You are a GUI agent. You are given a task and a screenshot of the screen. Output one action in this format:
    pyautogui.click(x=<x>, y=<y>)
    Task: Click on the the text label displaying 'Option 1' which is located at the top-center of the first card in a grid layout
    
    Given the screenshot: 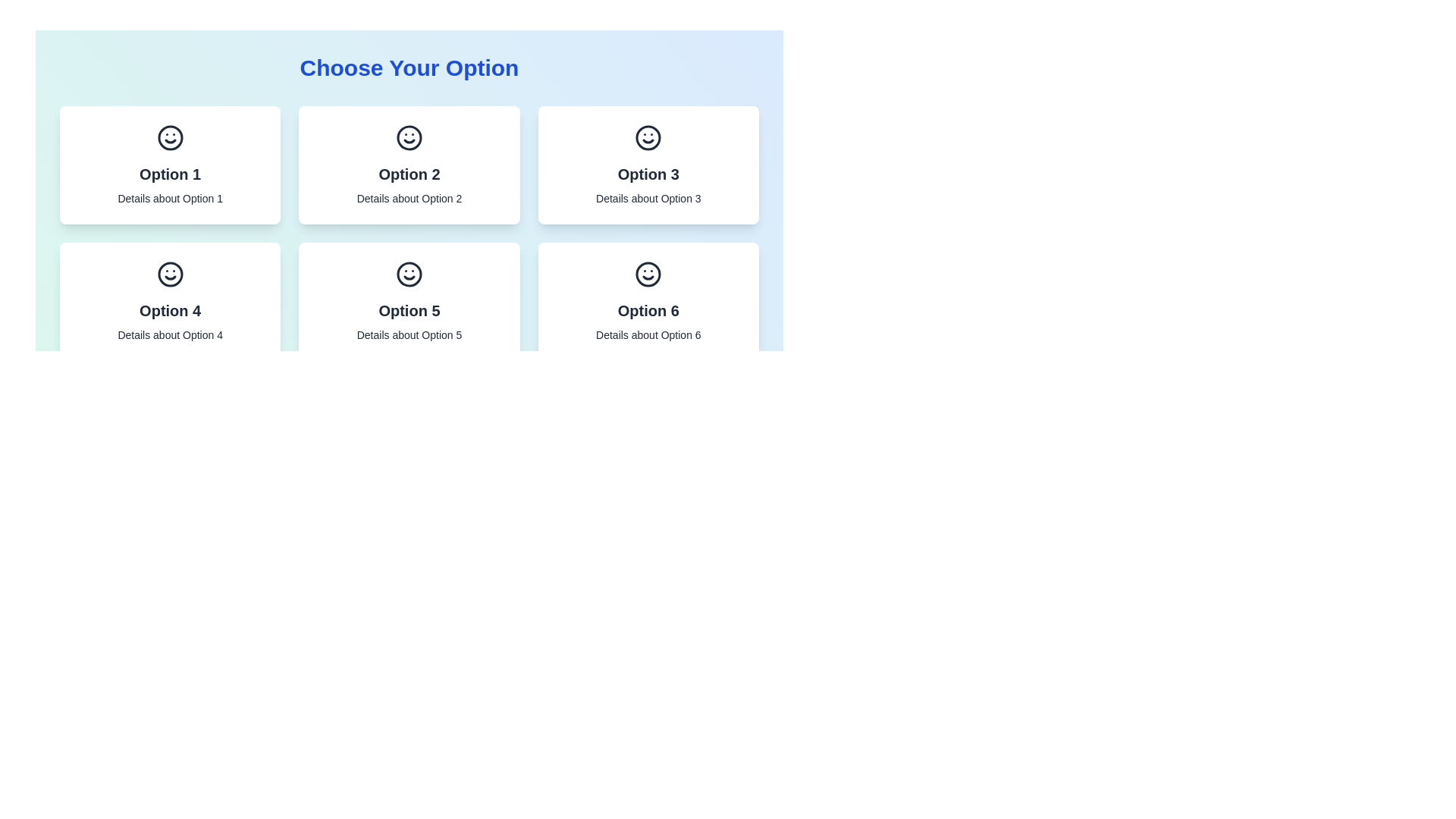 What is the action you would take?
    pyautogui.click(x=170, y=174)
    